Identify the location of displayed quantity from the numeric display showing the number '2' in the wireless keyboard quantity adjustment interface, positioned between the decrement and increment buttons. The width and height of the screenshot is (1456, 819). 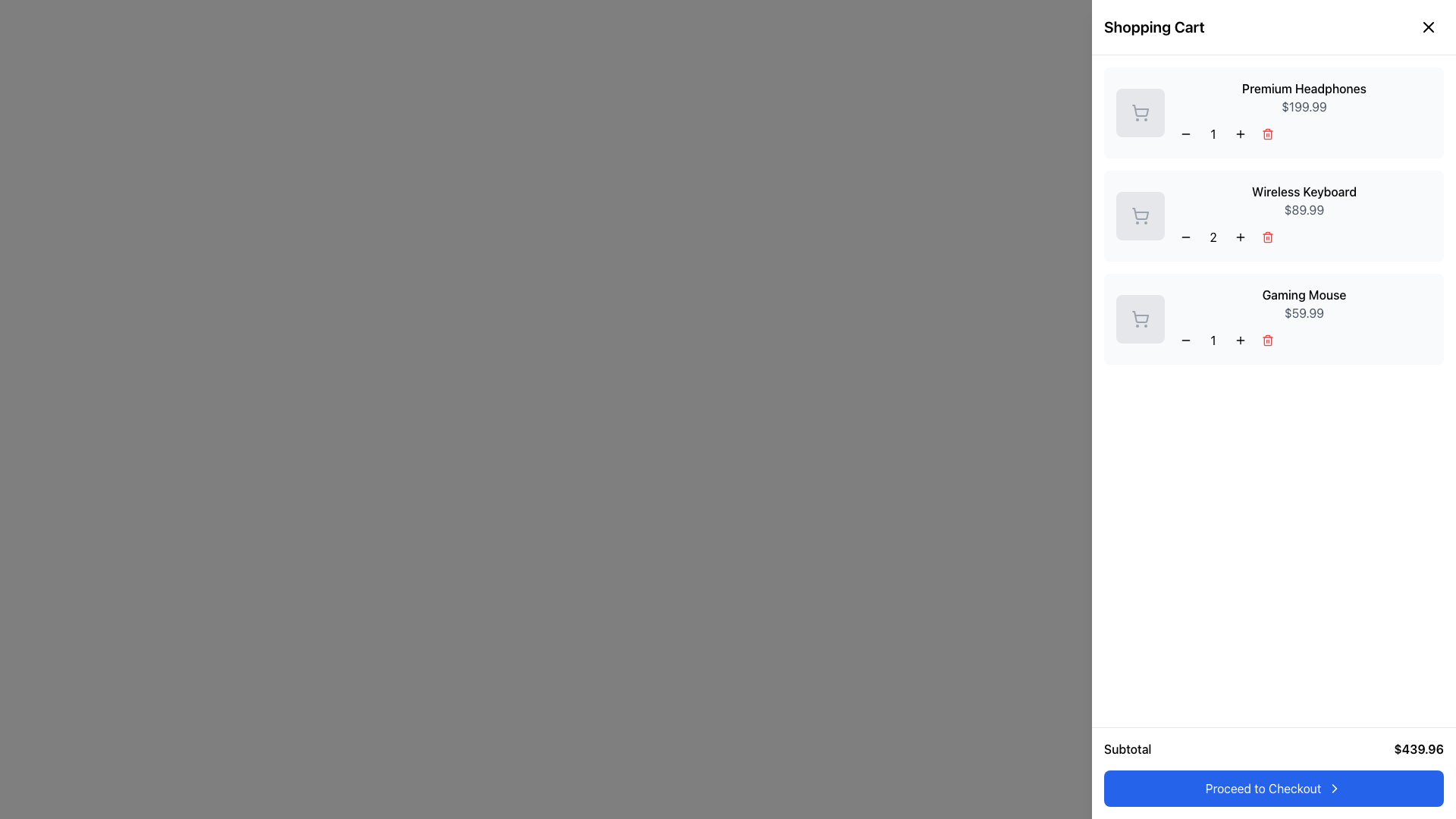
(1212, 237).